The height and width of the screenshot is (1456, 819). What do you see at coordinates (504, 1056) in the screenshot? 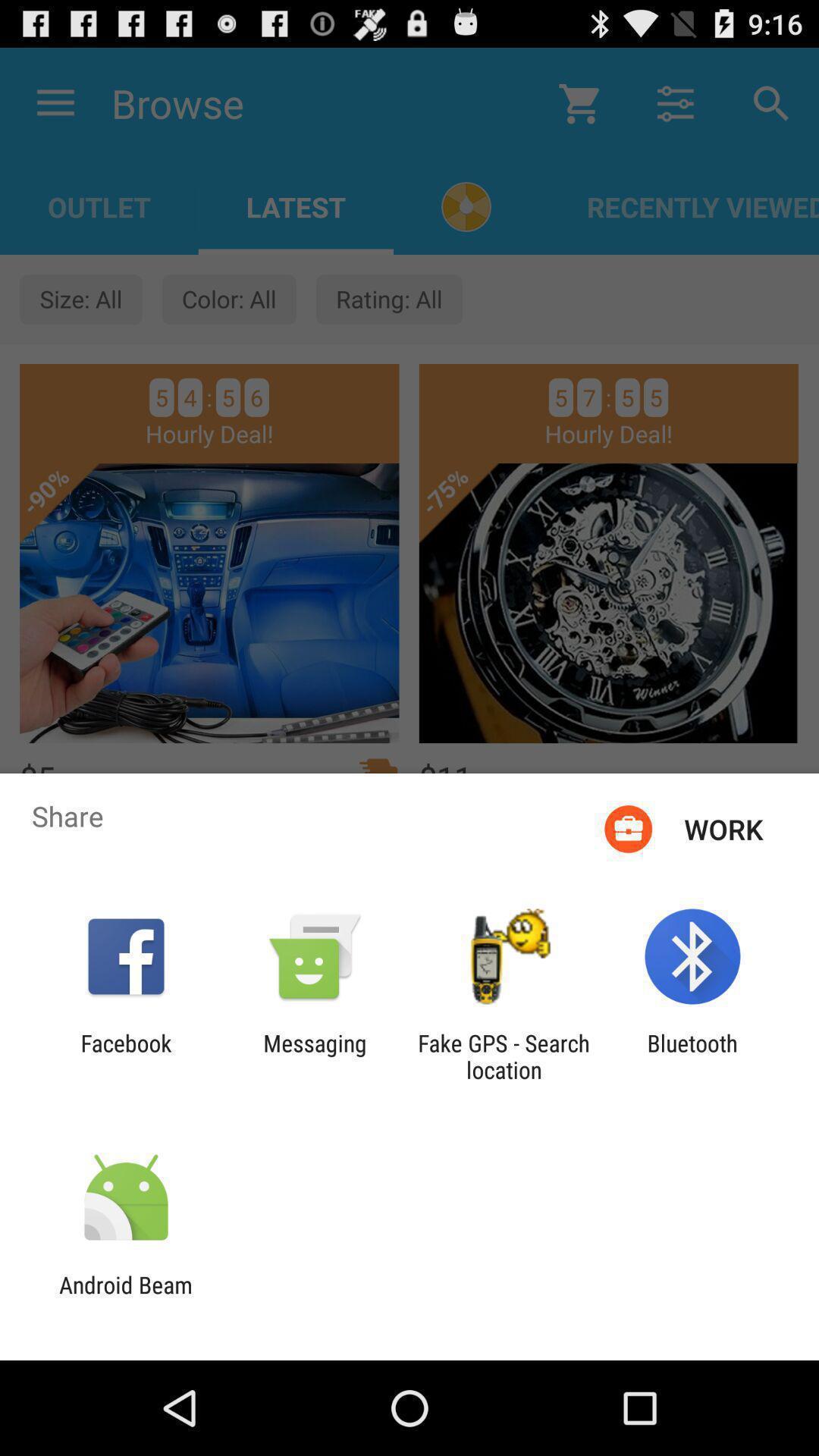
I see `item to the left of bluetooth` at bounding box center [504, 1056].